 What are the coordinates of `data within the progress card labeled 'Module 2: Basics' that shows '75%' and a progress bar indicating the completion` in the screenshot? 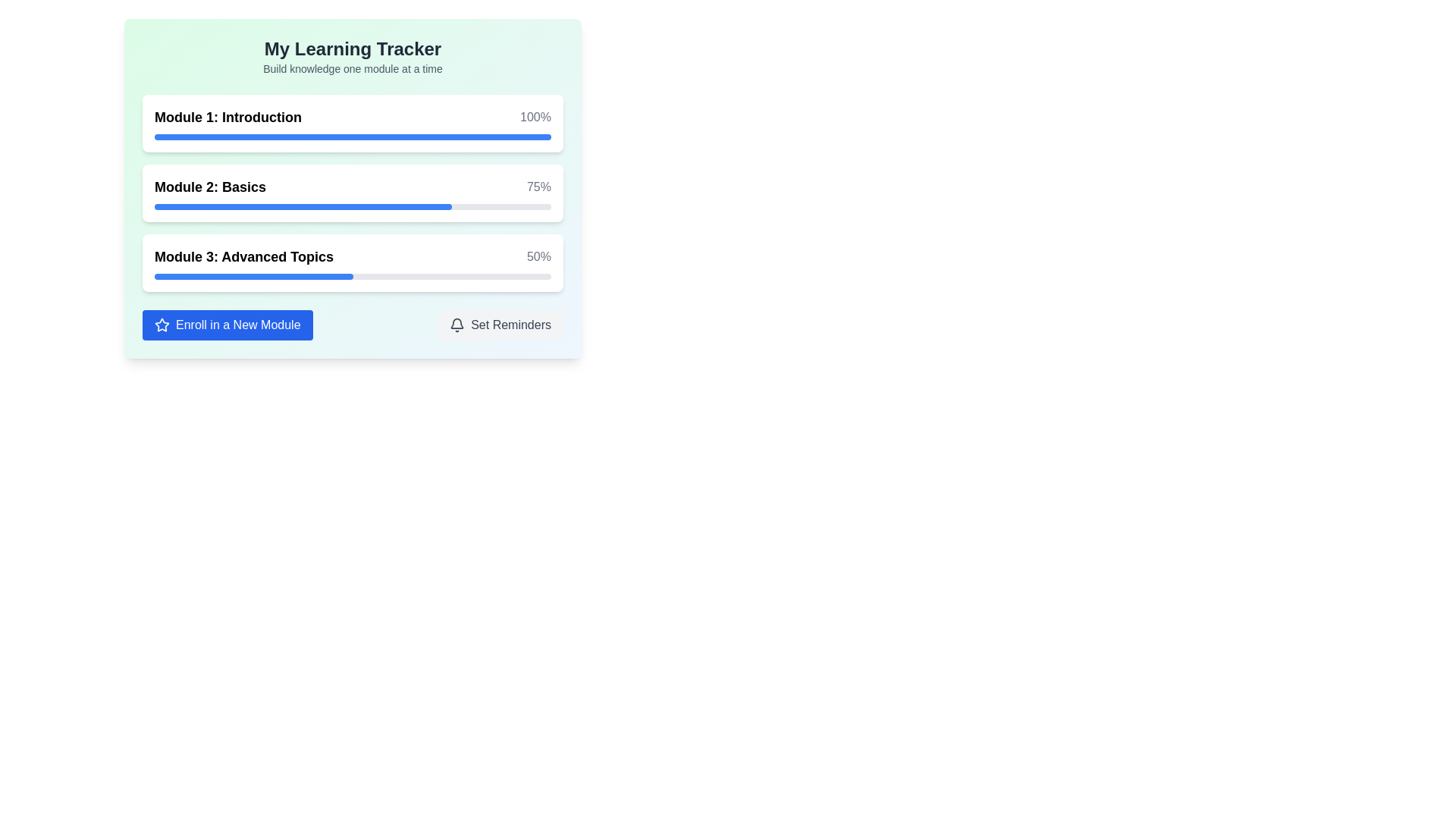 It's located at (352, 192).